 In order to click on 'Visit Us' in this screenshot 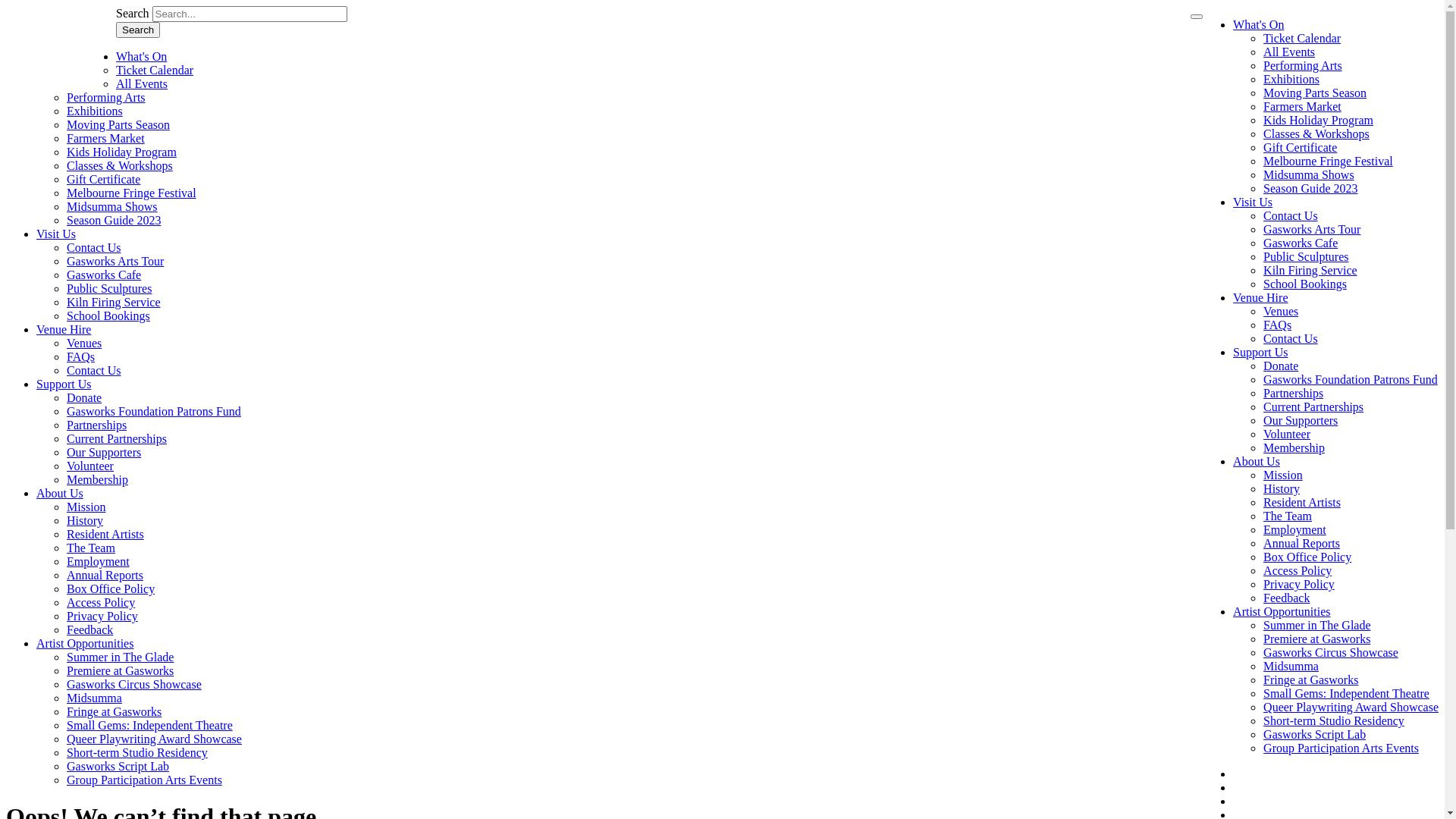, I will do `click(55, 234)`.